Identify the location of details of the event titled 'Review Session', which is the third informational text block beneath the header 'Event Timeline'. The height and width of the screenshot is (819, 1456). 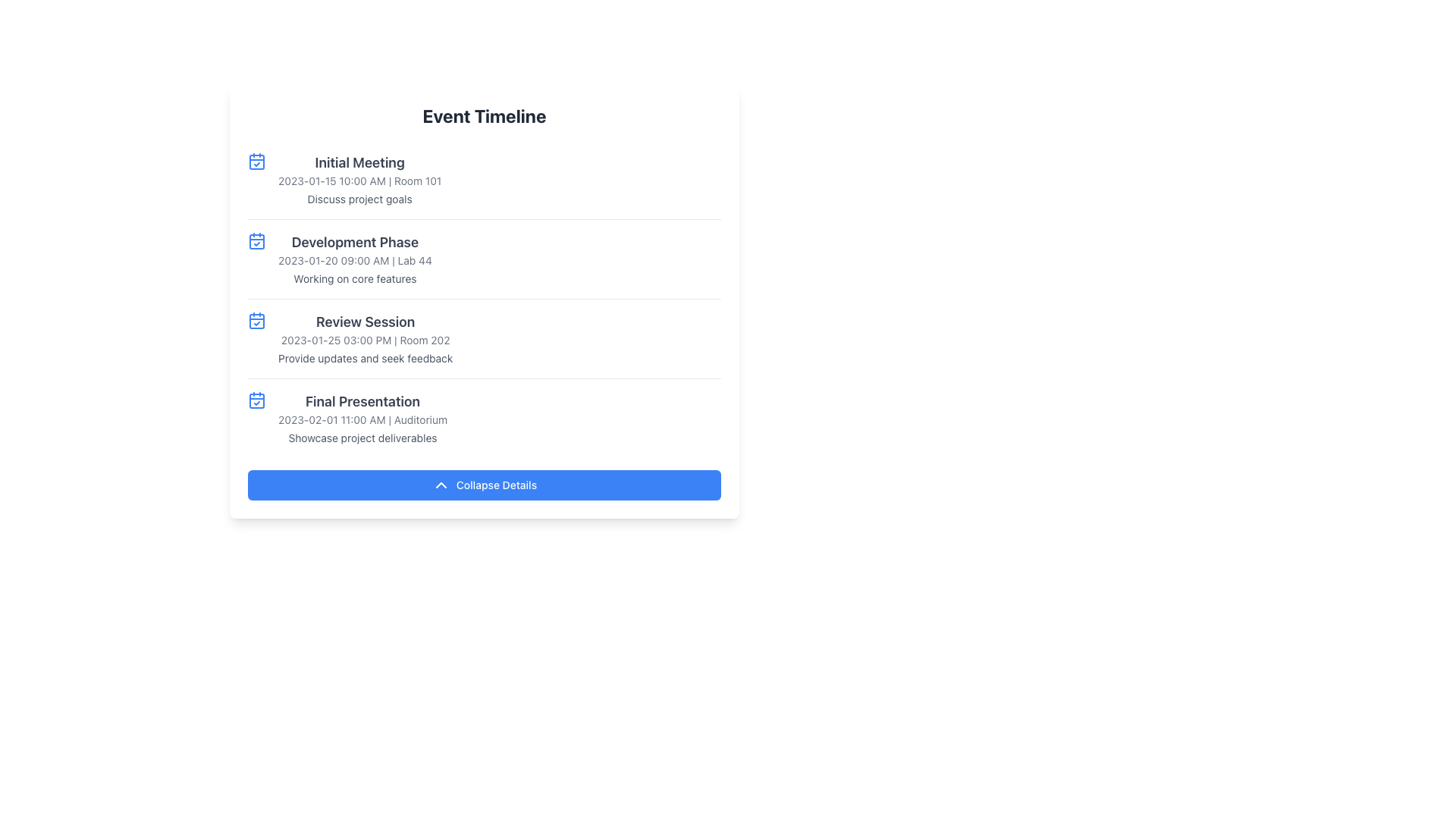
(366, 338).